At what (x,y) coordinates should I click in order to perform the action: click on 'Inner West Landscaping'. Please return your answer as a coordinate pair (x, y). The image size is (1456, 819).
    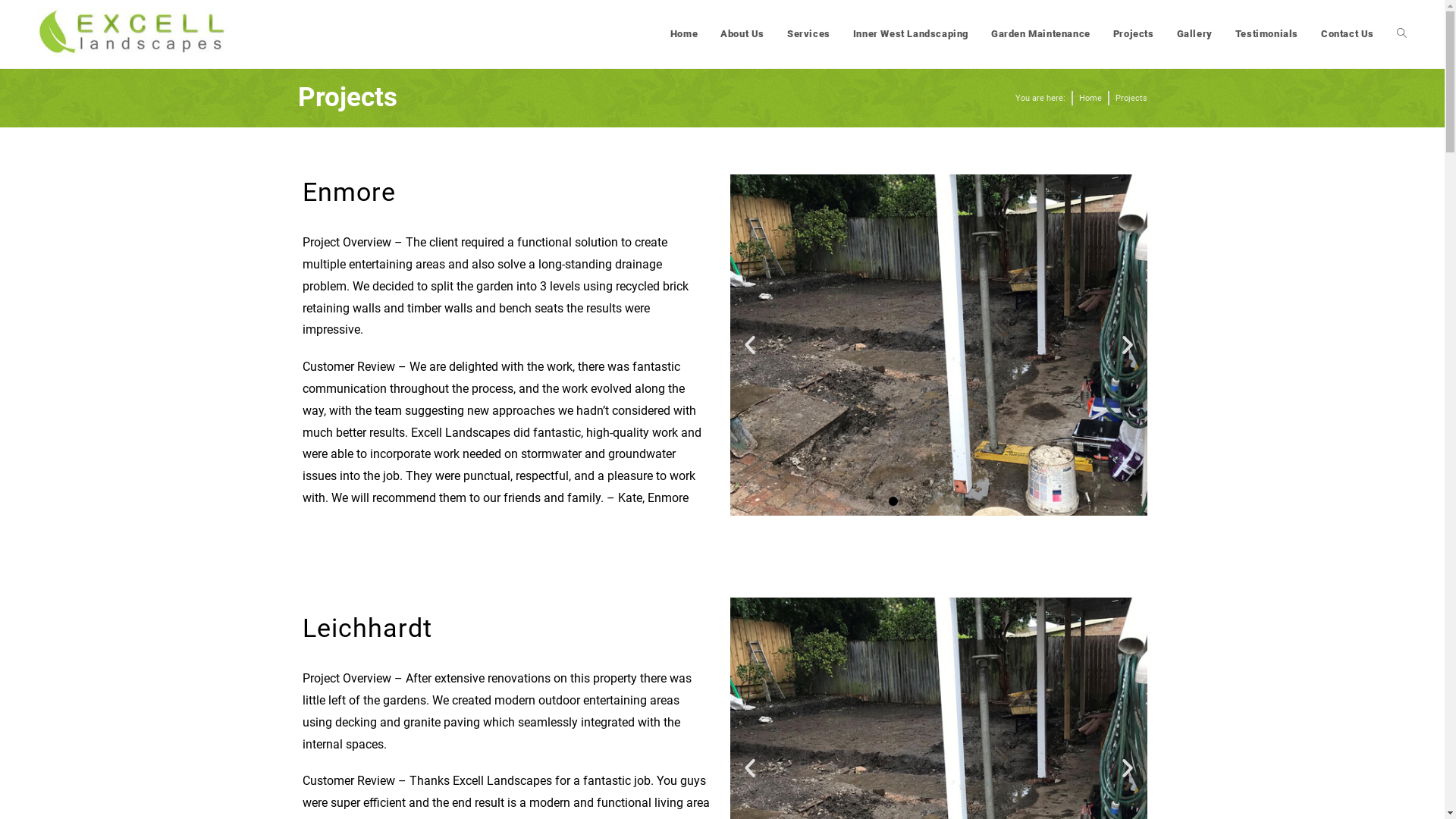
    Looking at the image, I should click on (910, 34).